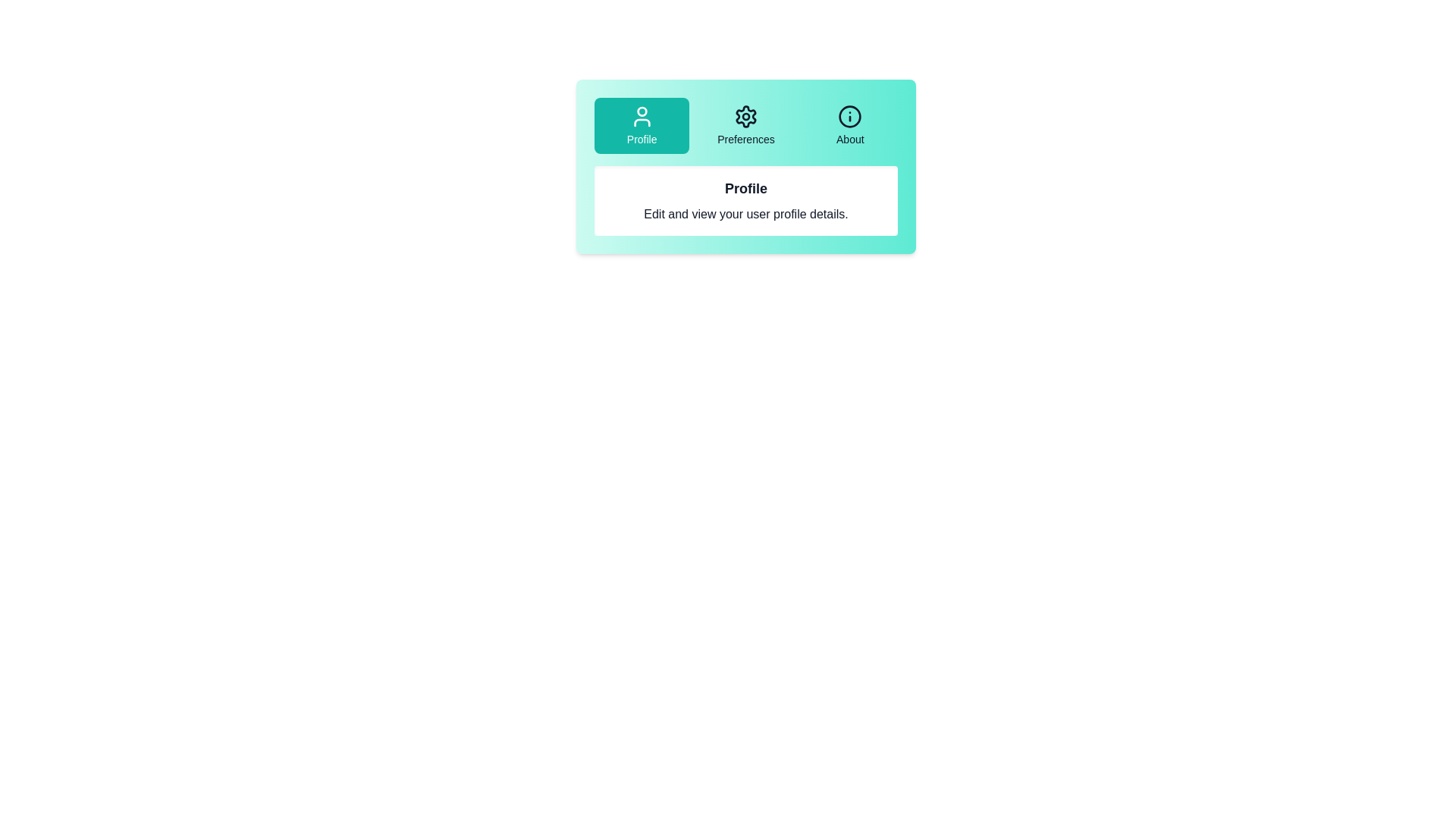 The width and height of the screenshot is (1456, 819). I want to click on the About tab button to select it, so click(850, 124).